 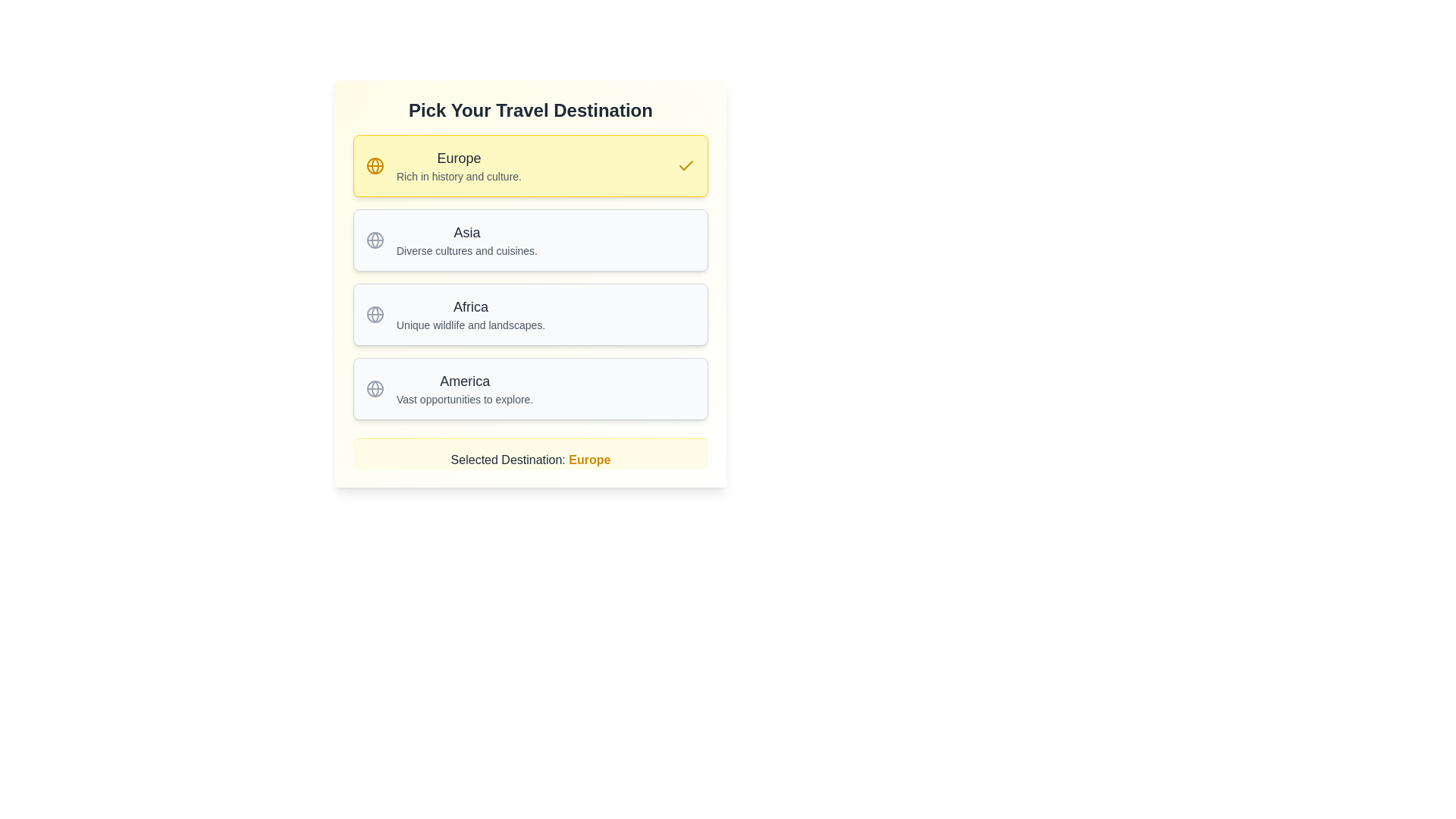 I want to click on the decorative icon representing 'America' located to the left of the text within the fourth selectable section of the travel destination list, so click(x=375, y=388).